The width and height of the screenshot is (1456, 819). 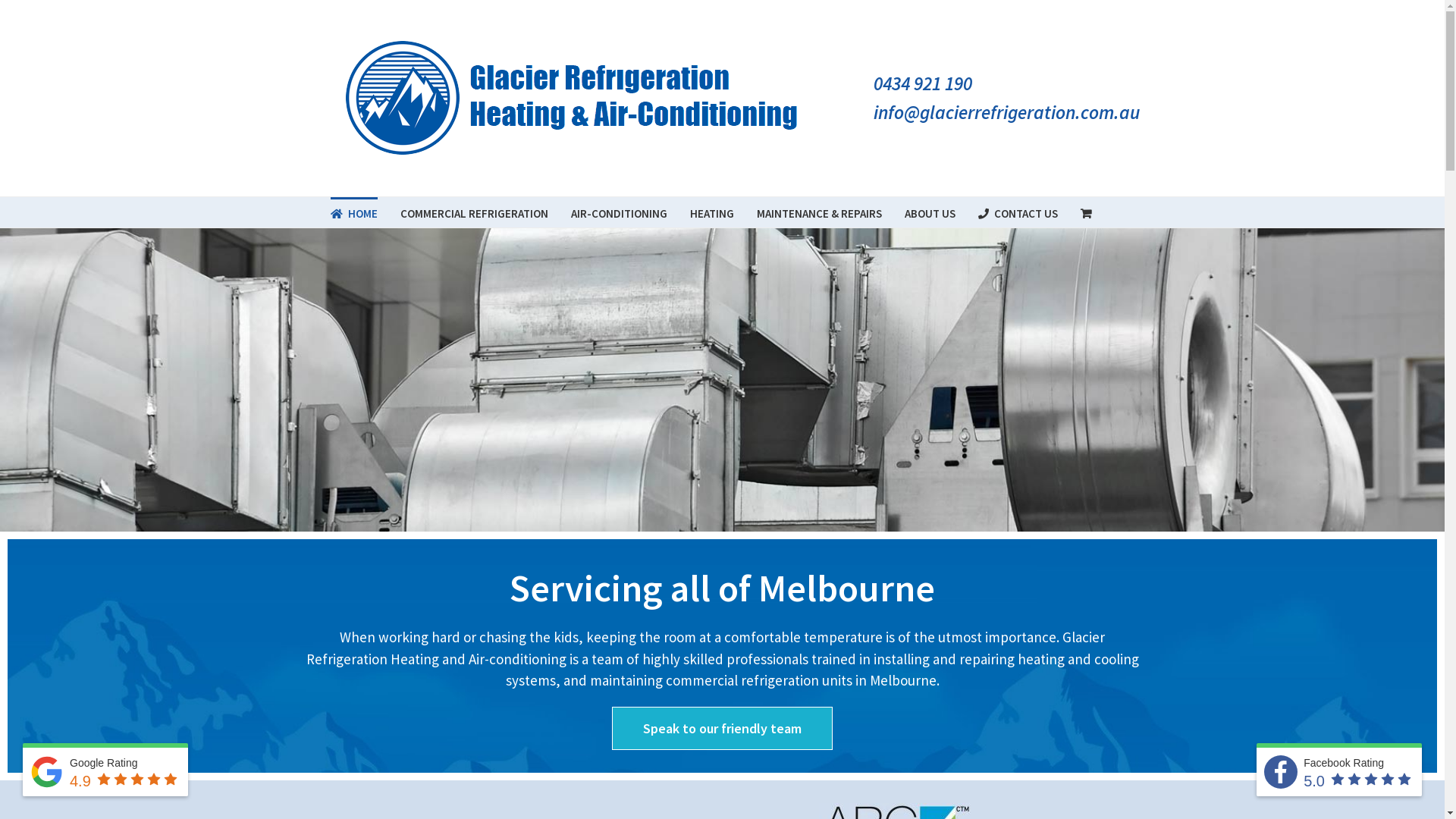 I want to click on 'HOME', so click(x=330, y=212).